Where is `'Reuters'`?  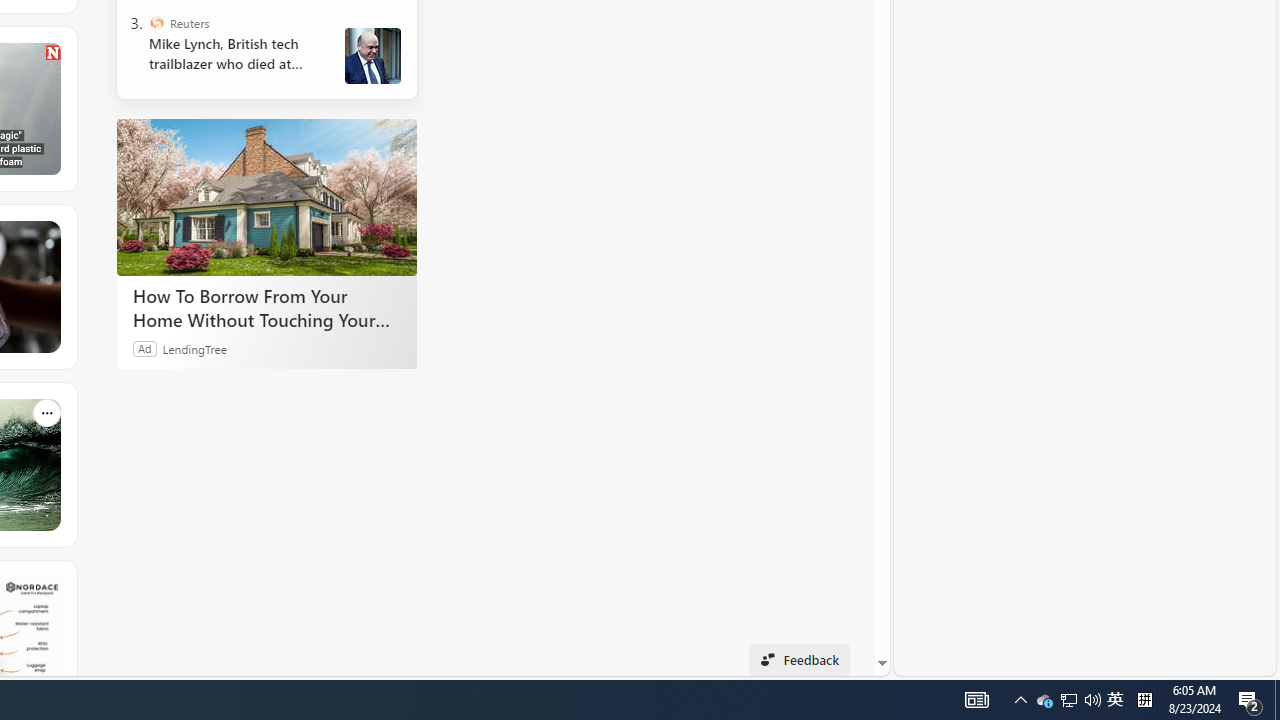
'Reuters' is located at coordinates (155, 23).